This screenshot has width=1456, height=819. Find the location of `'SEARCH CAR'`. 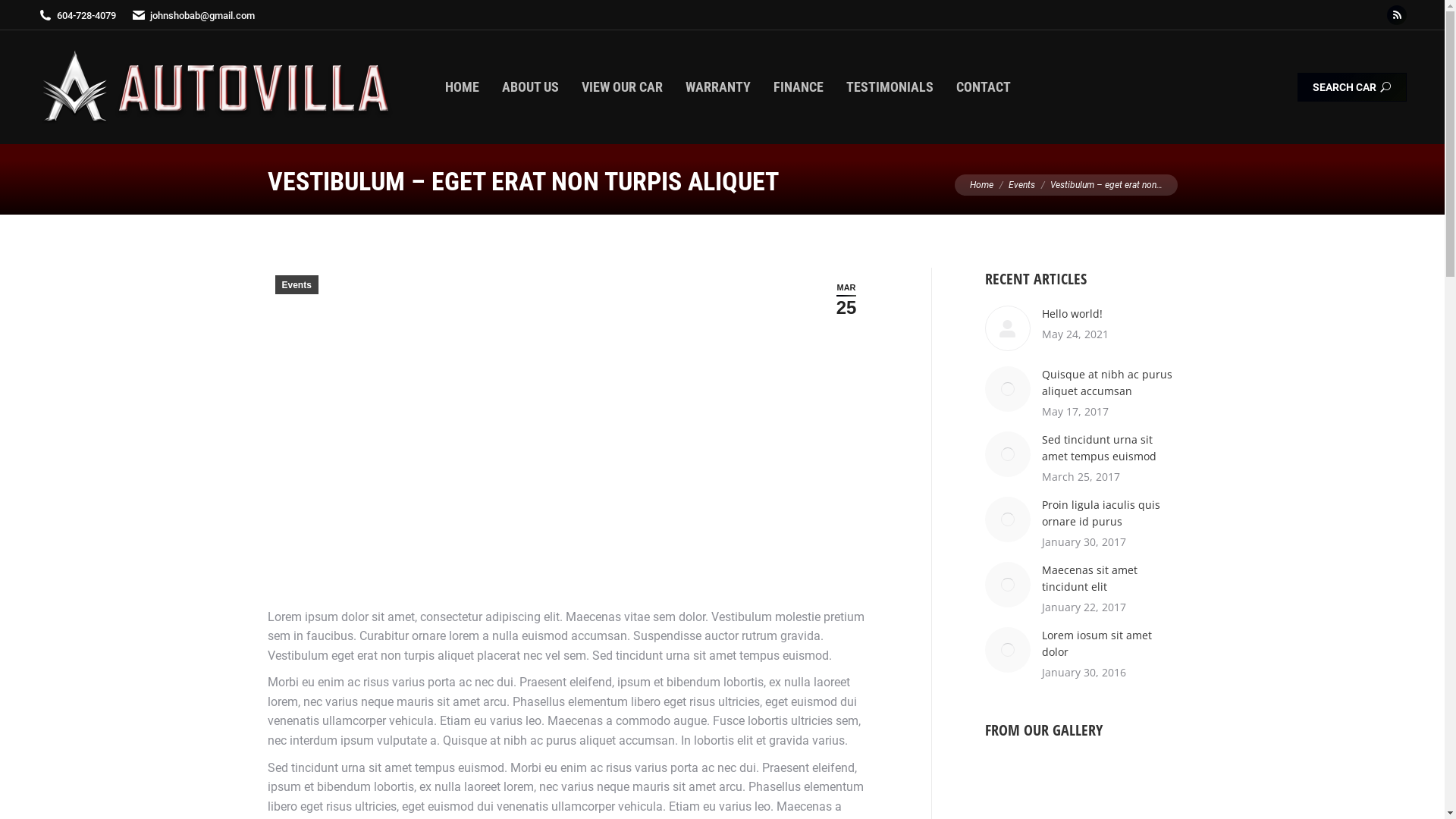

'SEARCH CAR' is located at coordinates (1351, 87).